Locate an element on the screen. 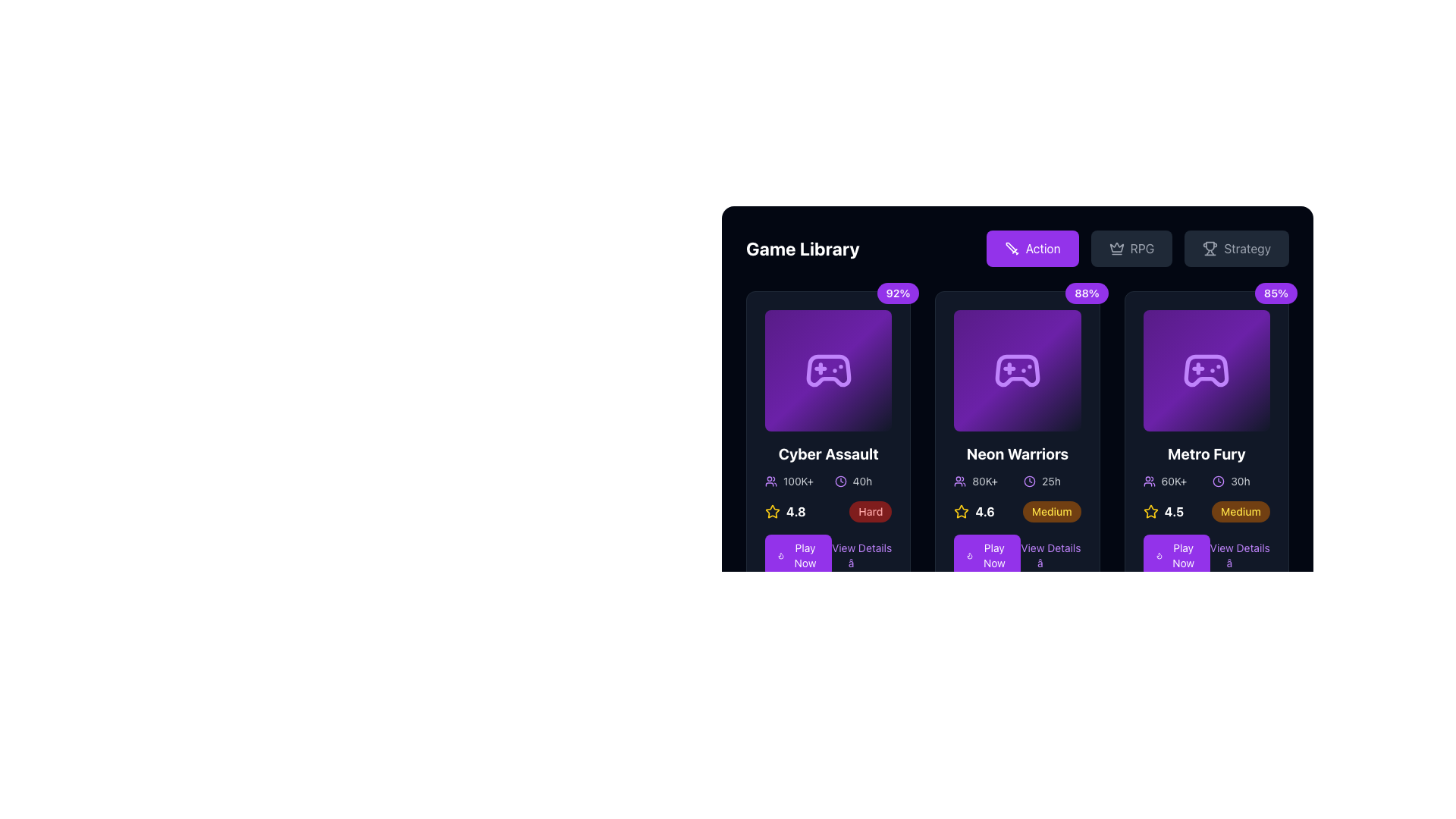  the rightmost button in a row of three buttons is located at coordinates (1237, 247).